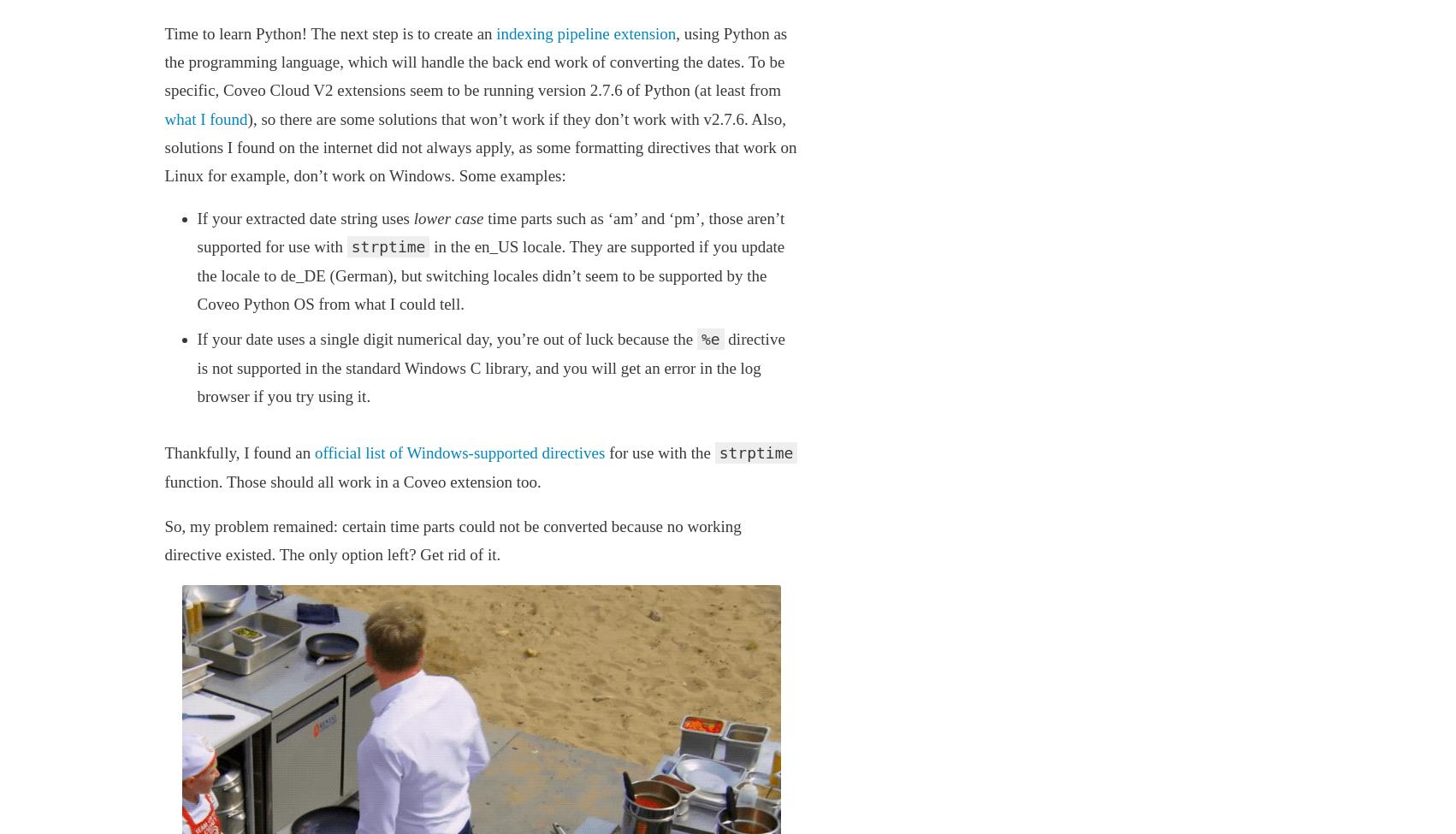 This screenshot has height=834, width=1456. What do you see at coordinates (163, 452) in the screenshot?
I see `'Thankfully, I found an'` at bounding box center [163, 452].